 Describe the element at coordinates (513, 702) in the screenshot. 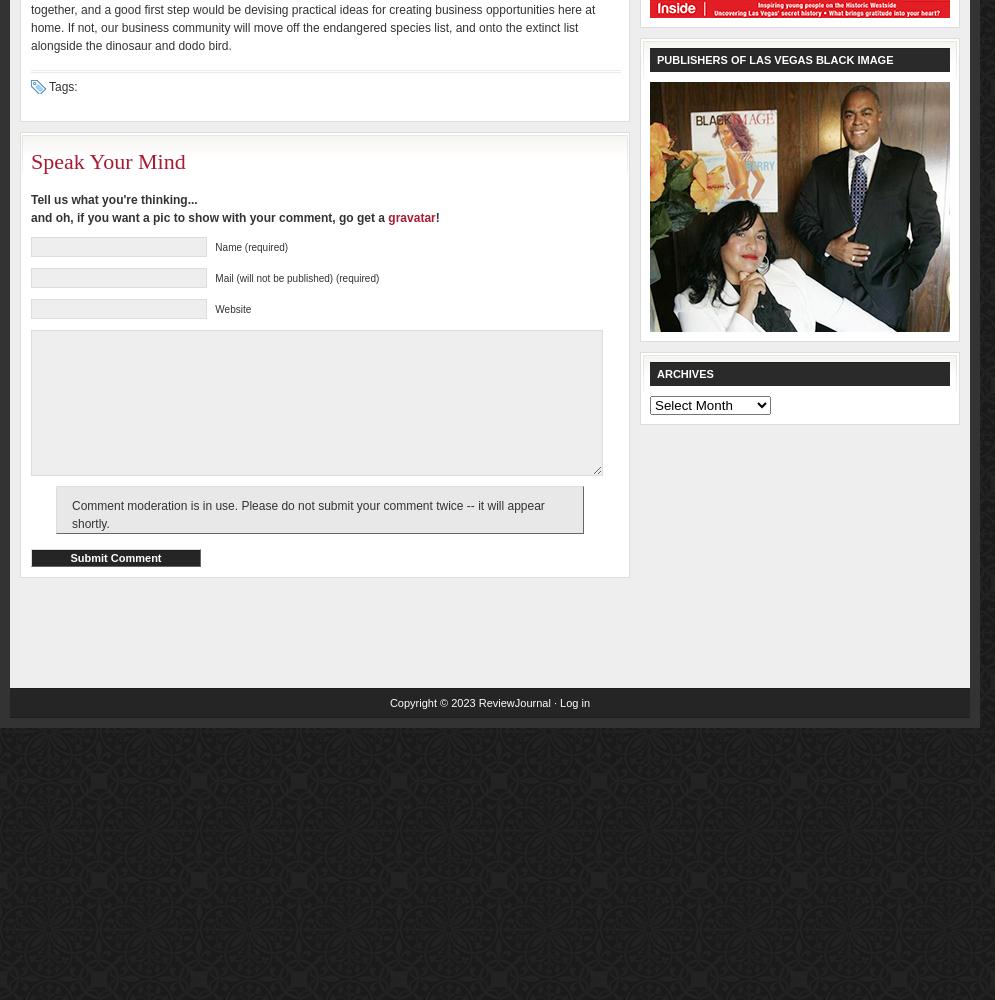

I see `'ReviewJournal'` at that location.